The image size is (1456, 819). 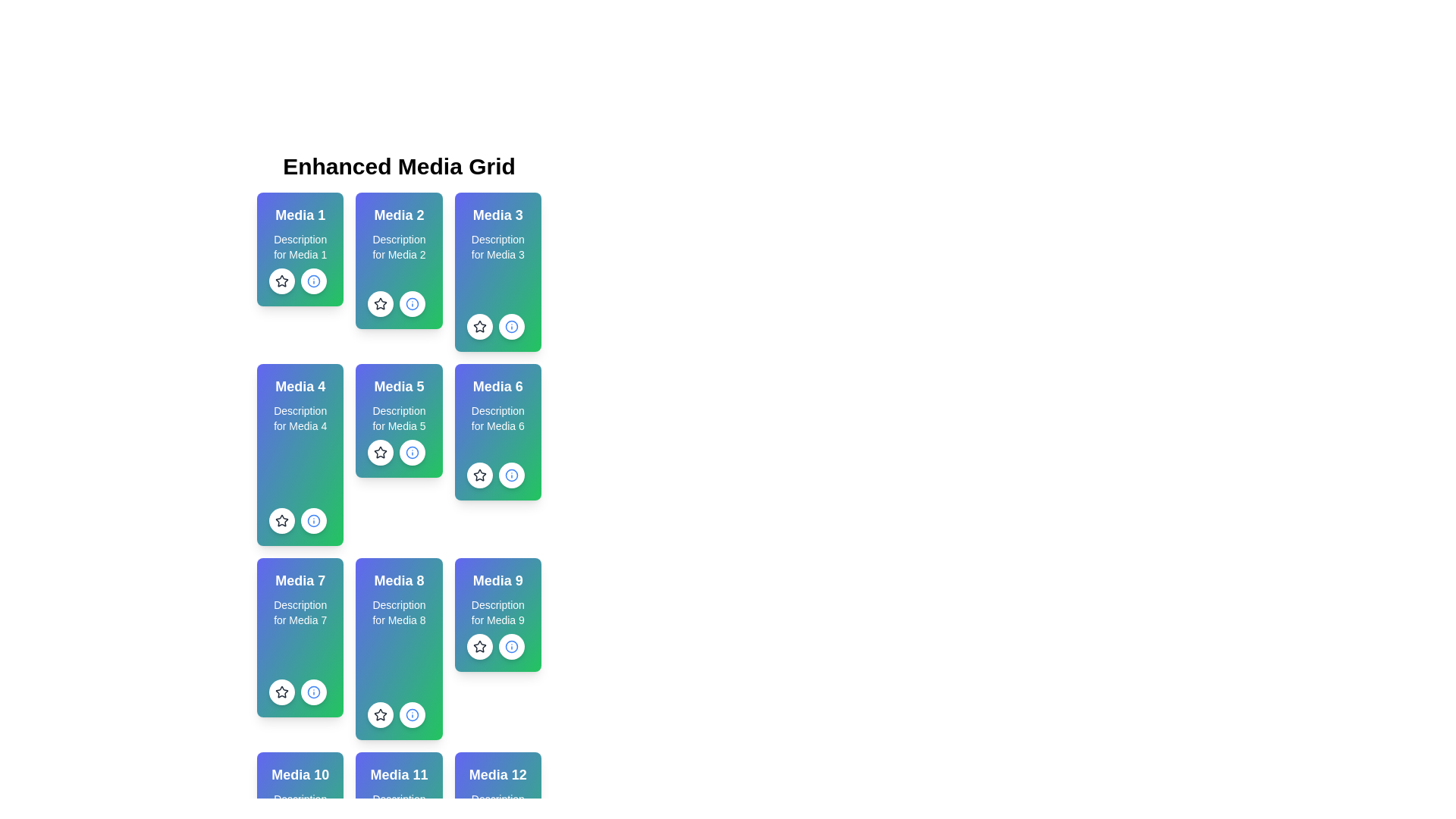 I want to click on the Text label serving as the title for the Media 12 card, located at the bottom-right of a grid layout, above the description text, so click(x=497, y=775).